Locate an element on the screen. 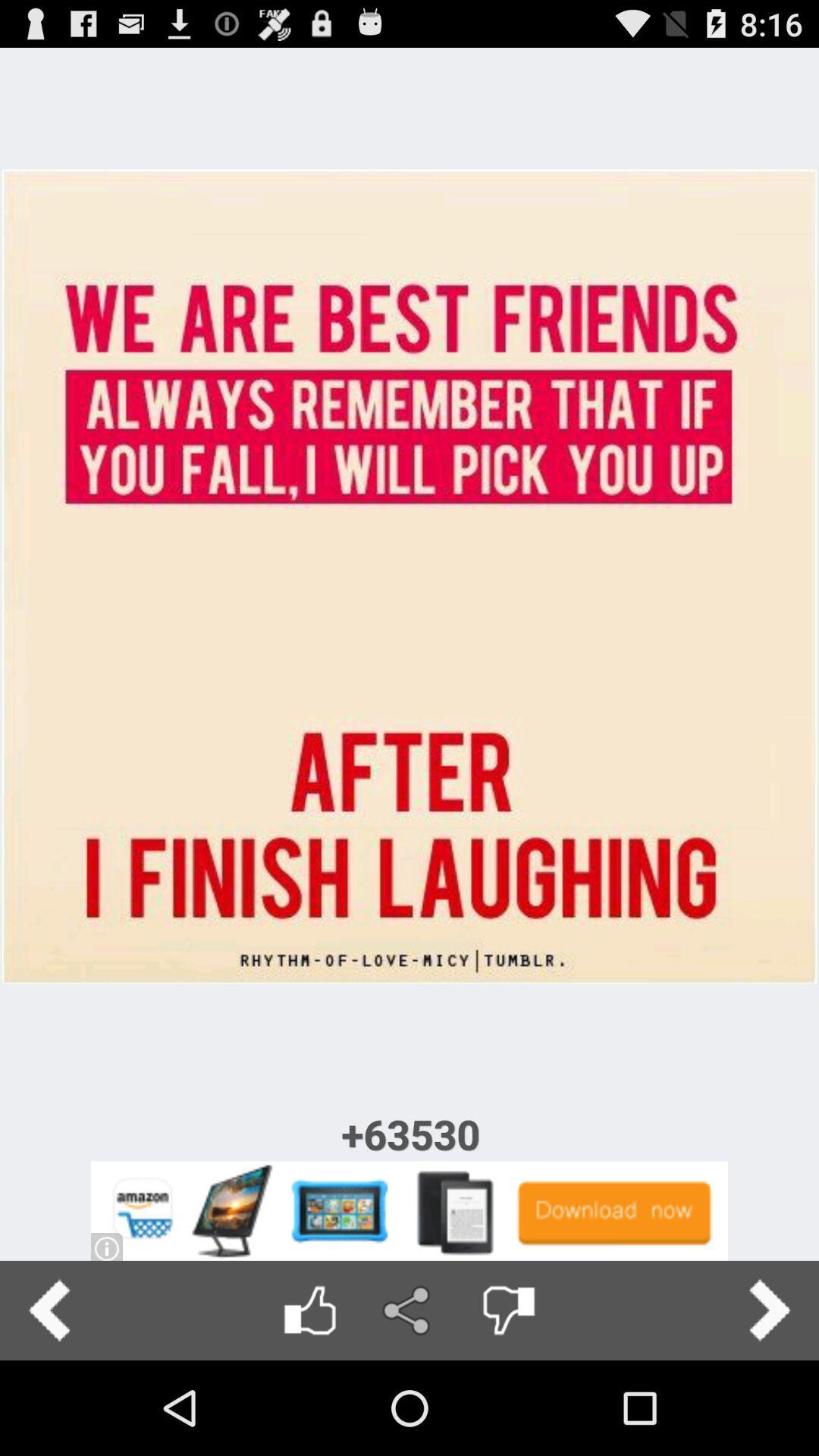  previous page is located at coordinates (49, 1310).